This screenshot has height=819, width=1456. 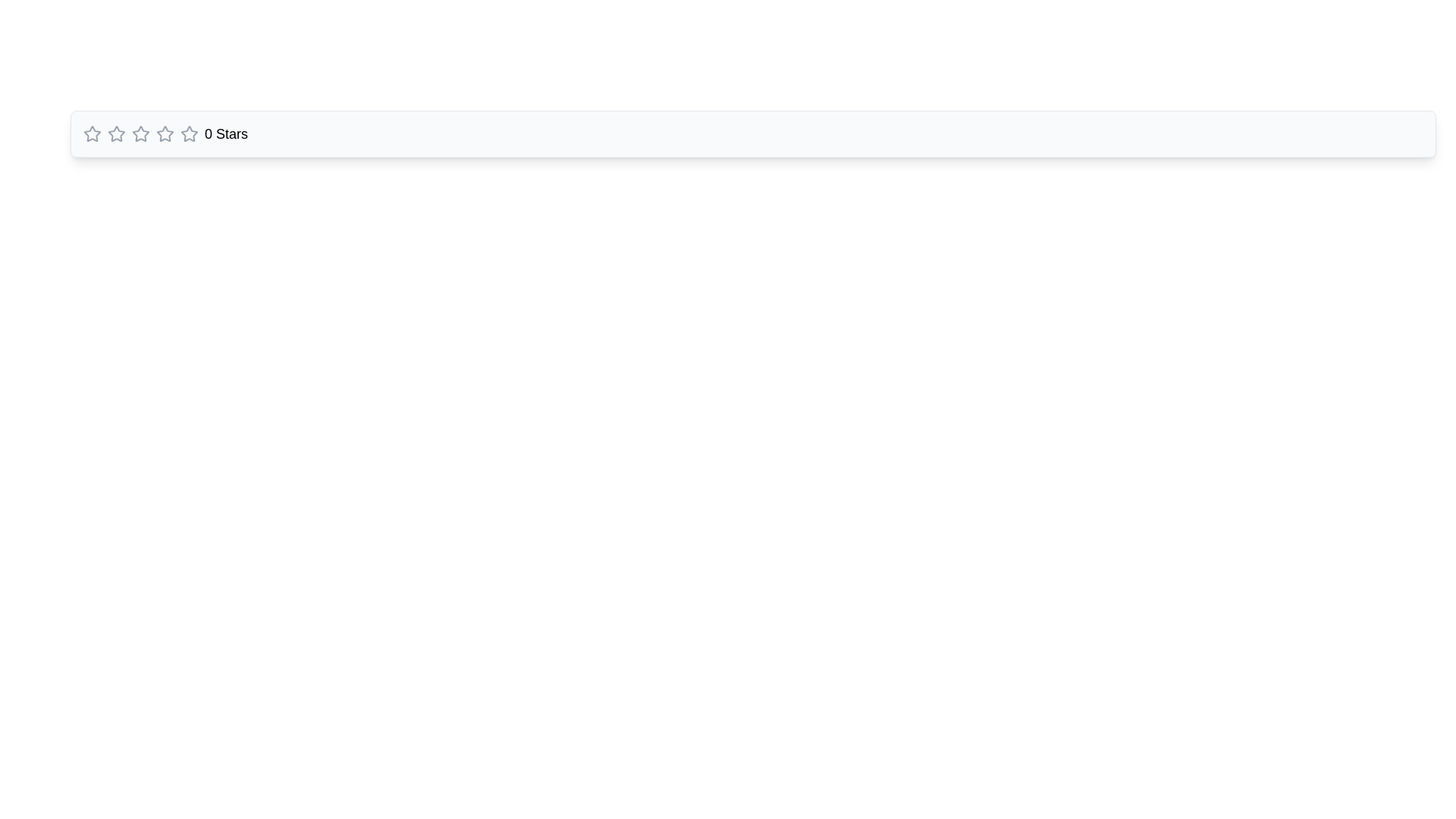 I want to click on the first star icon in the rating system, so click(x=91, y=133).